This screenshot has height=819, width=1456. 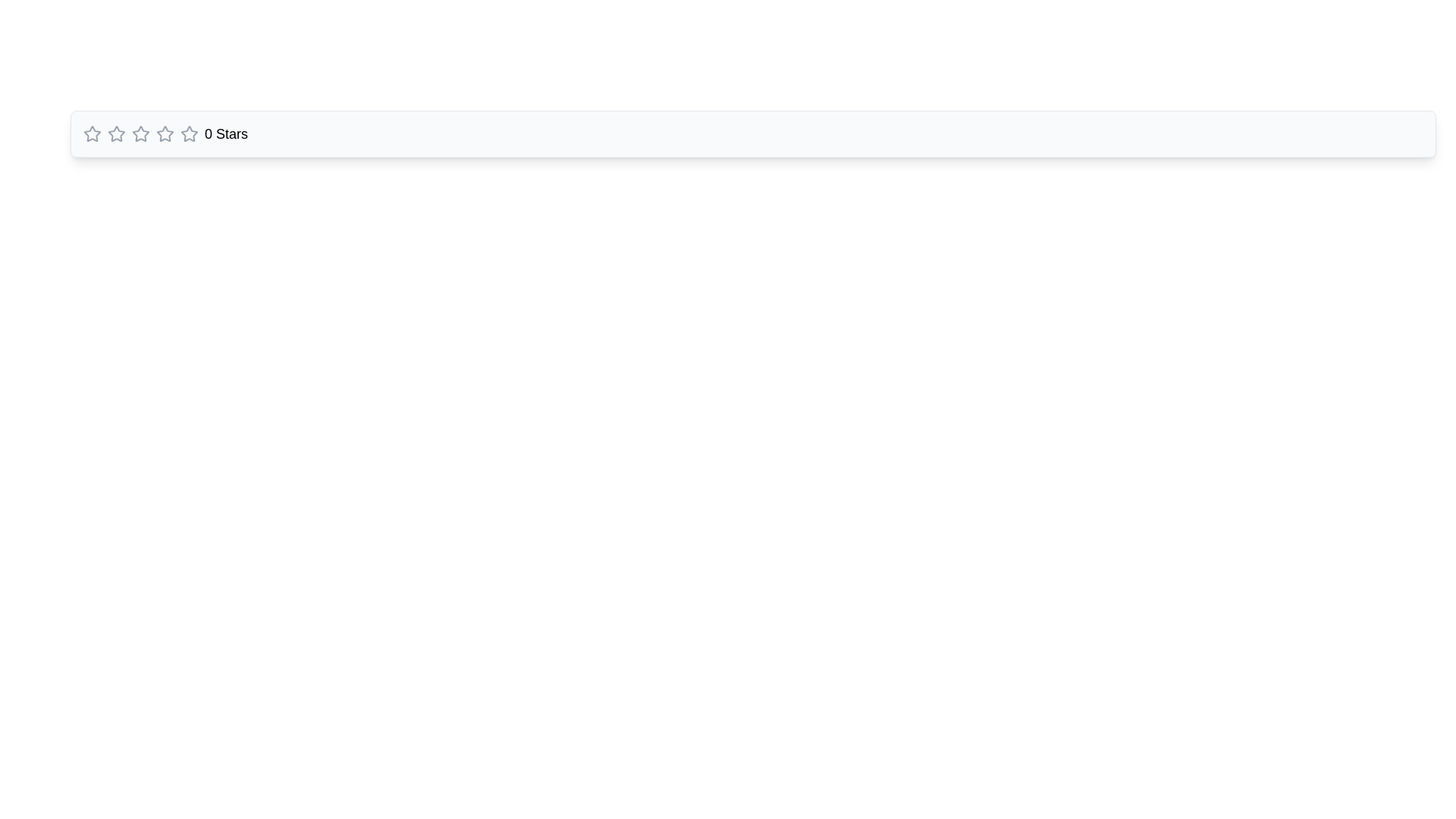 I want to click on the first star icon in the rating system, so click(x=91, y=133).